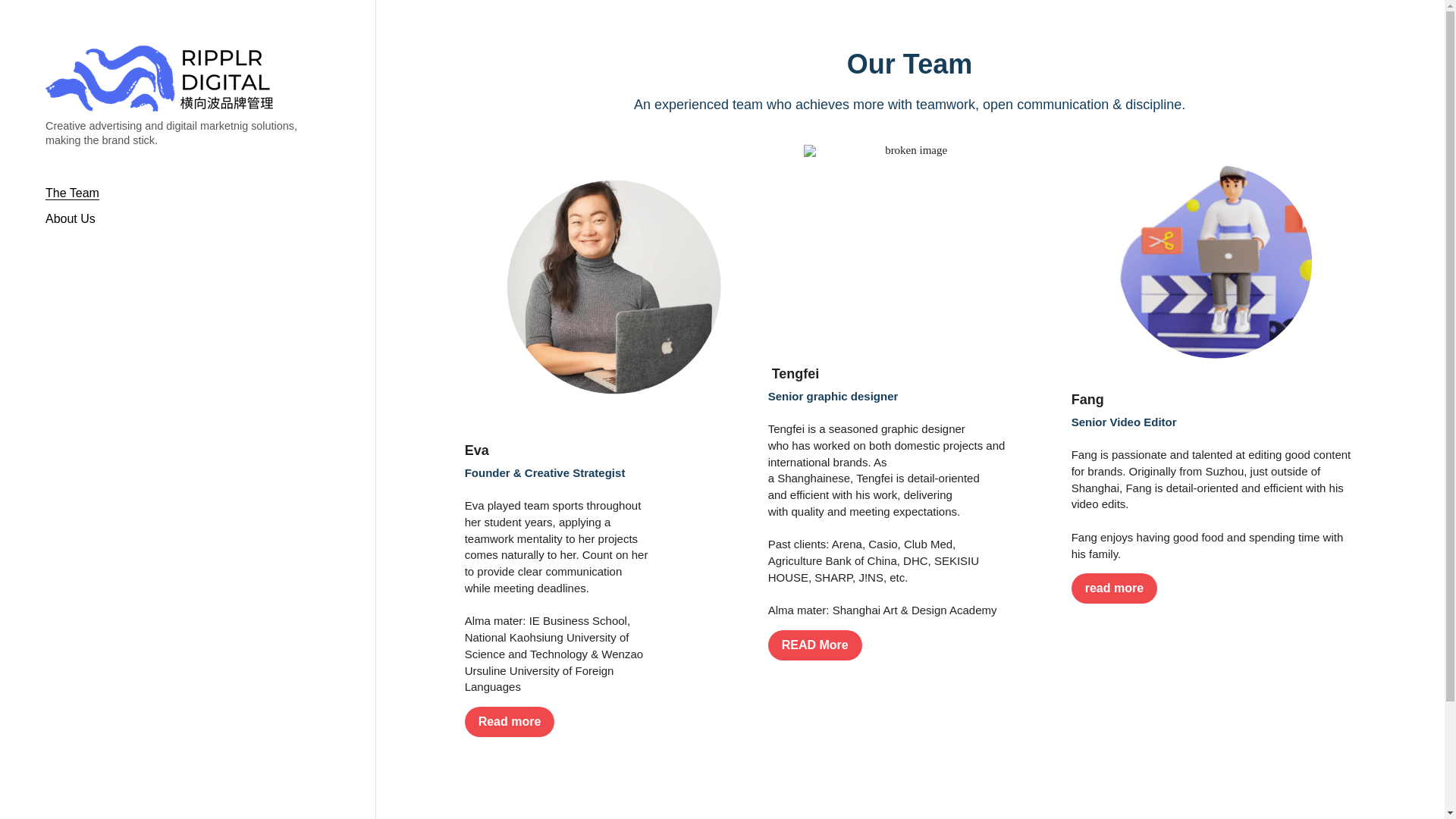  I want to click on 'READ More', so click(767, 645).